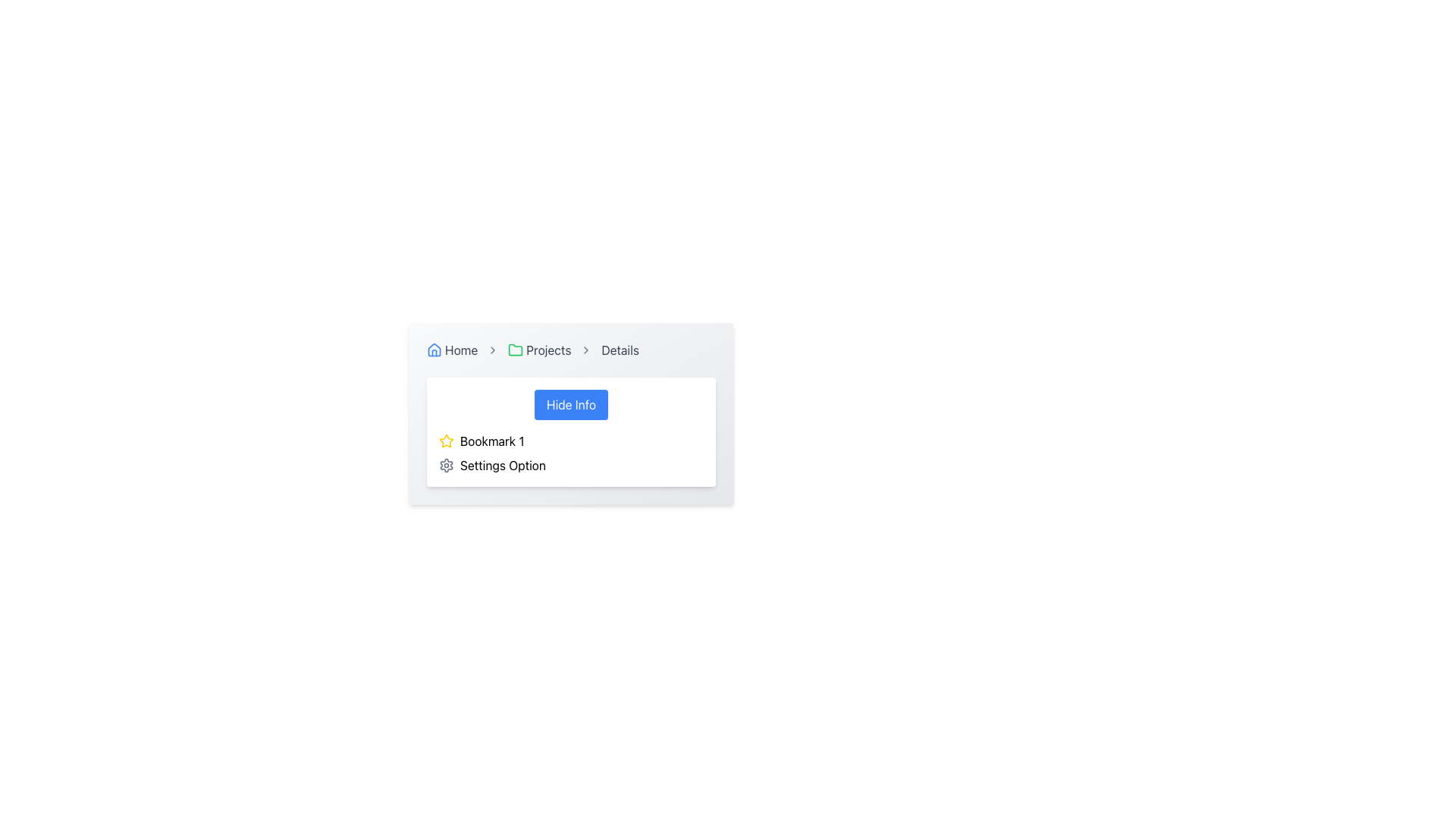  I want to click on the folder icon with a green outline located in the breadcrumb navigation bar, positioned to the left of the 'Projects' text, so click(516, 350).